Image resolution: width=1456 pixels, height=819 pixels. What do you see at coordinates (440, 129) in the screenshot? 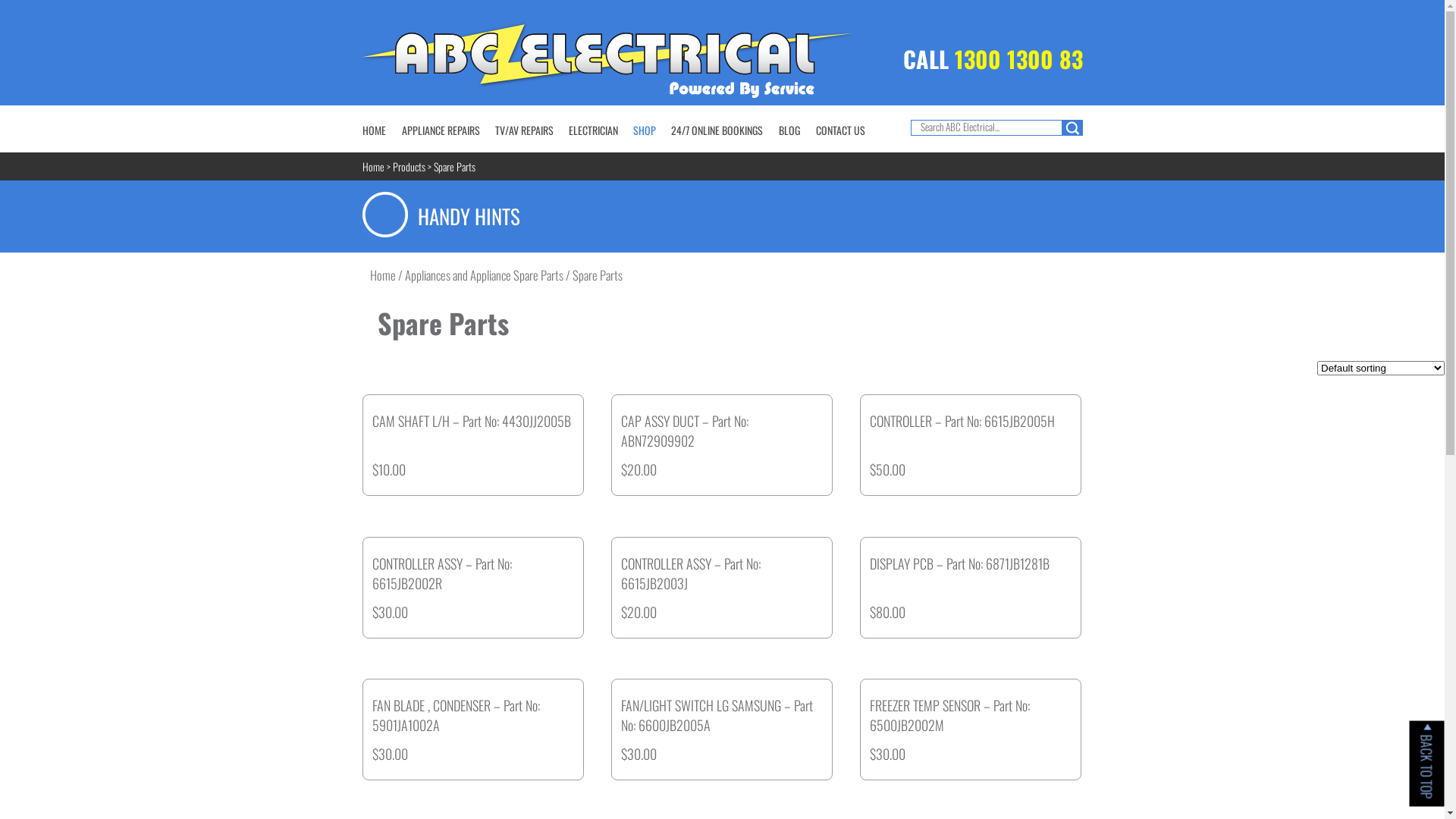
I see `'APPLIANCE REPAIRS'` at bounding box center [440, 129].